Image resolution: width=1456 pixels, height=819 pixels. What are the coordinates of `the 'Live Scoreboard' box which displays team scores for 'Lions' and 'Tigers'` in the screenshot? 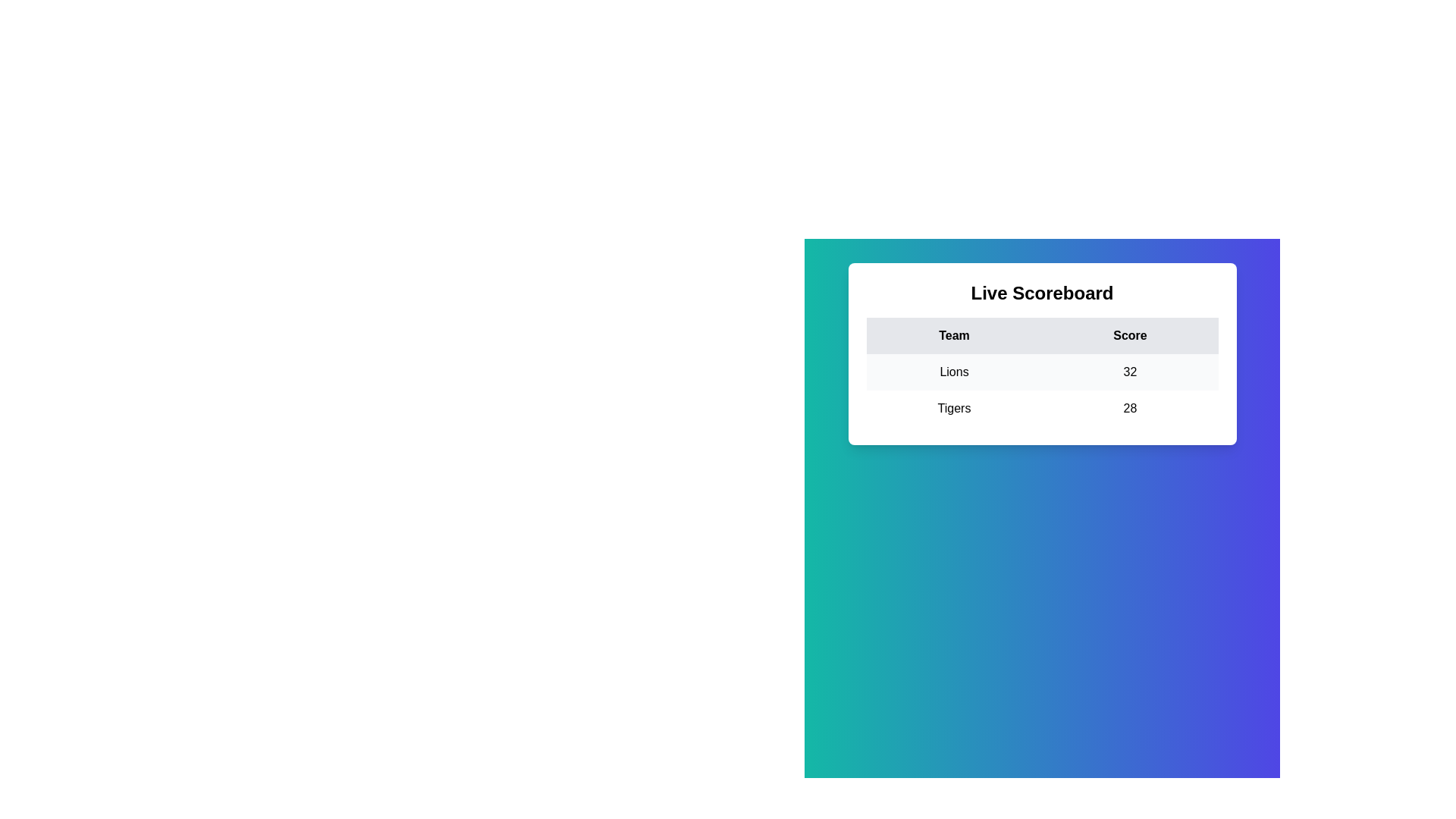 It's located at (1041, 353).